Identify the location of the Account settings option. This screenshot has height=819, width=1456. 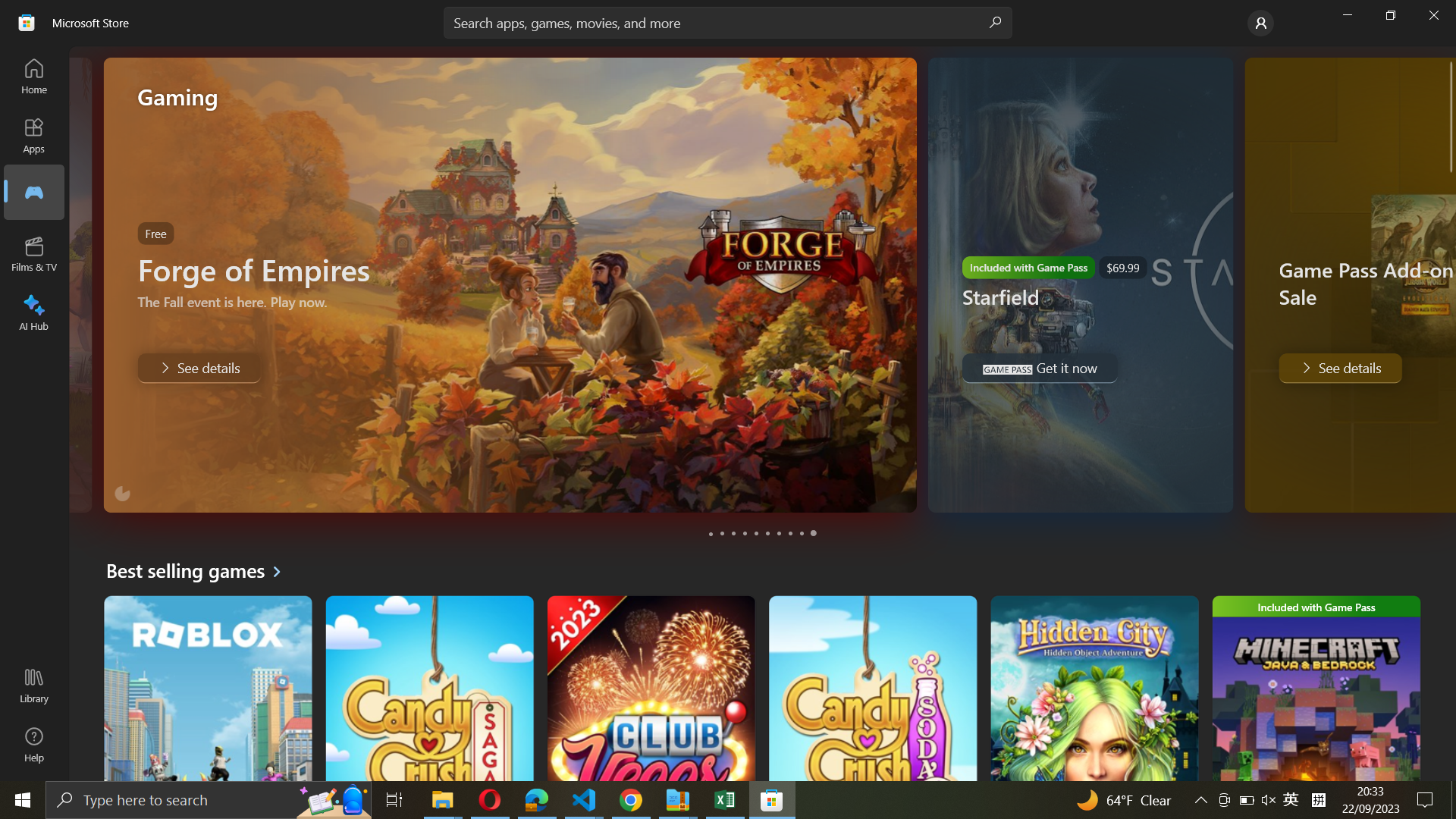
(1259, 23).